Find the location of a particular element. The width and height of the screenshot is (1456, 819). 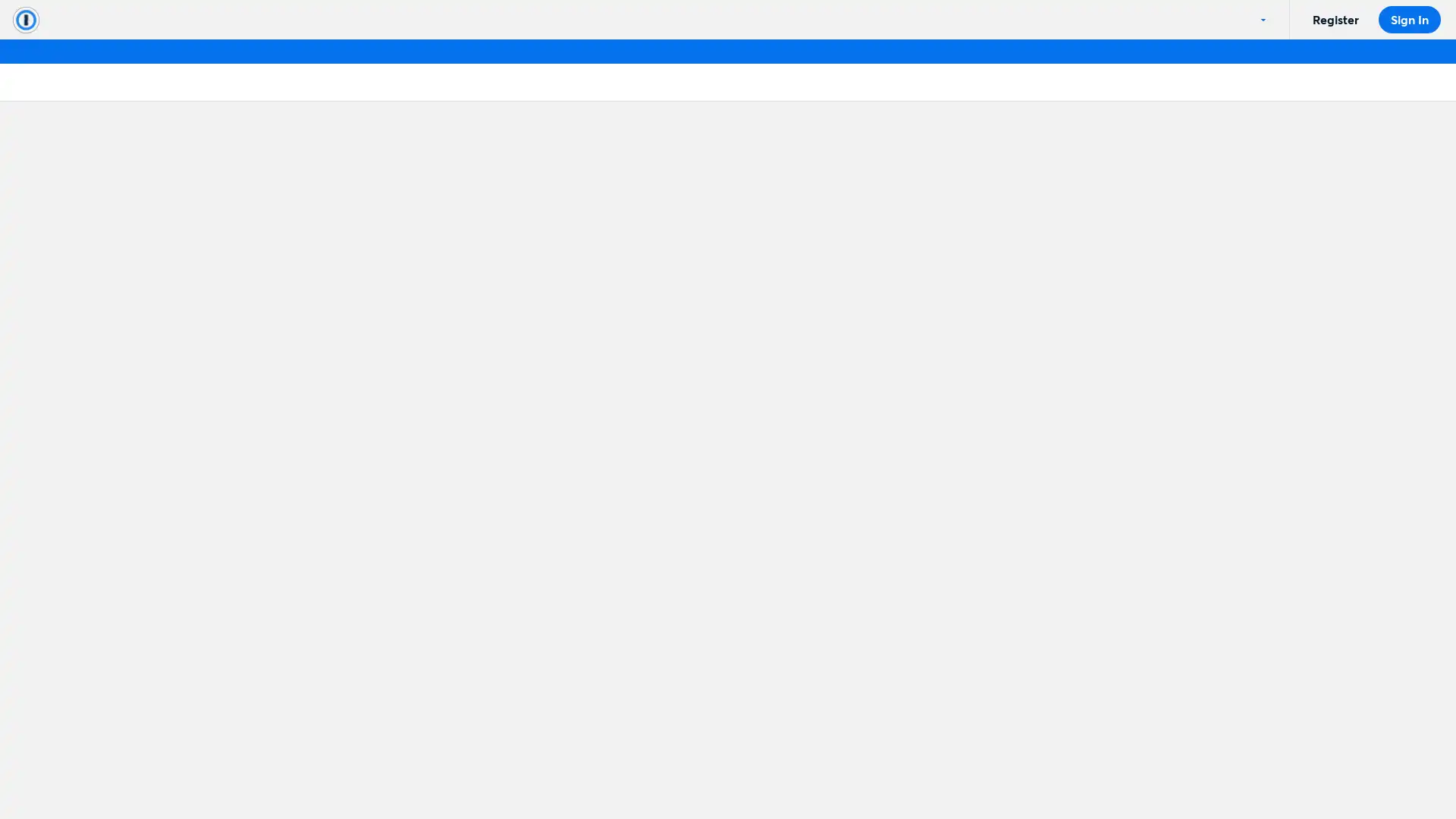

Cookie Preferences is located at coordinates (1028, 772).